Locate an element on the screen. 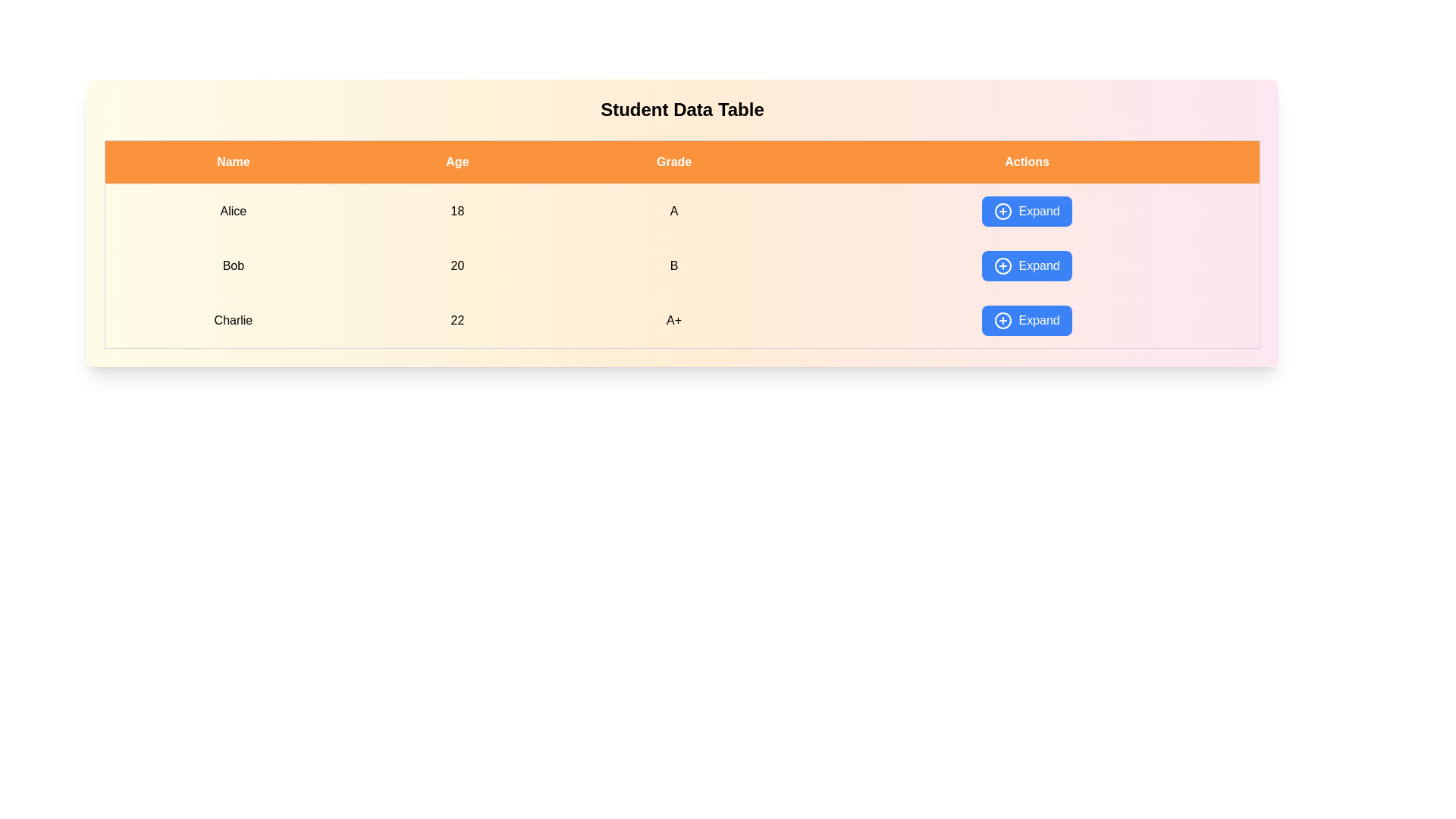  the circular SVG icon with a plus sign, located in the center of the button in the first row of the table under the 'Actions' column is located at coordinates (1003, 211).